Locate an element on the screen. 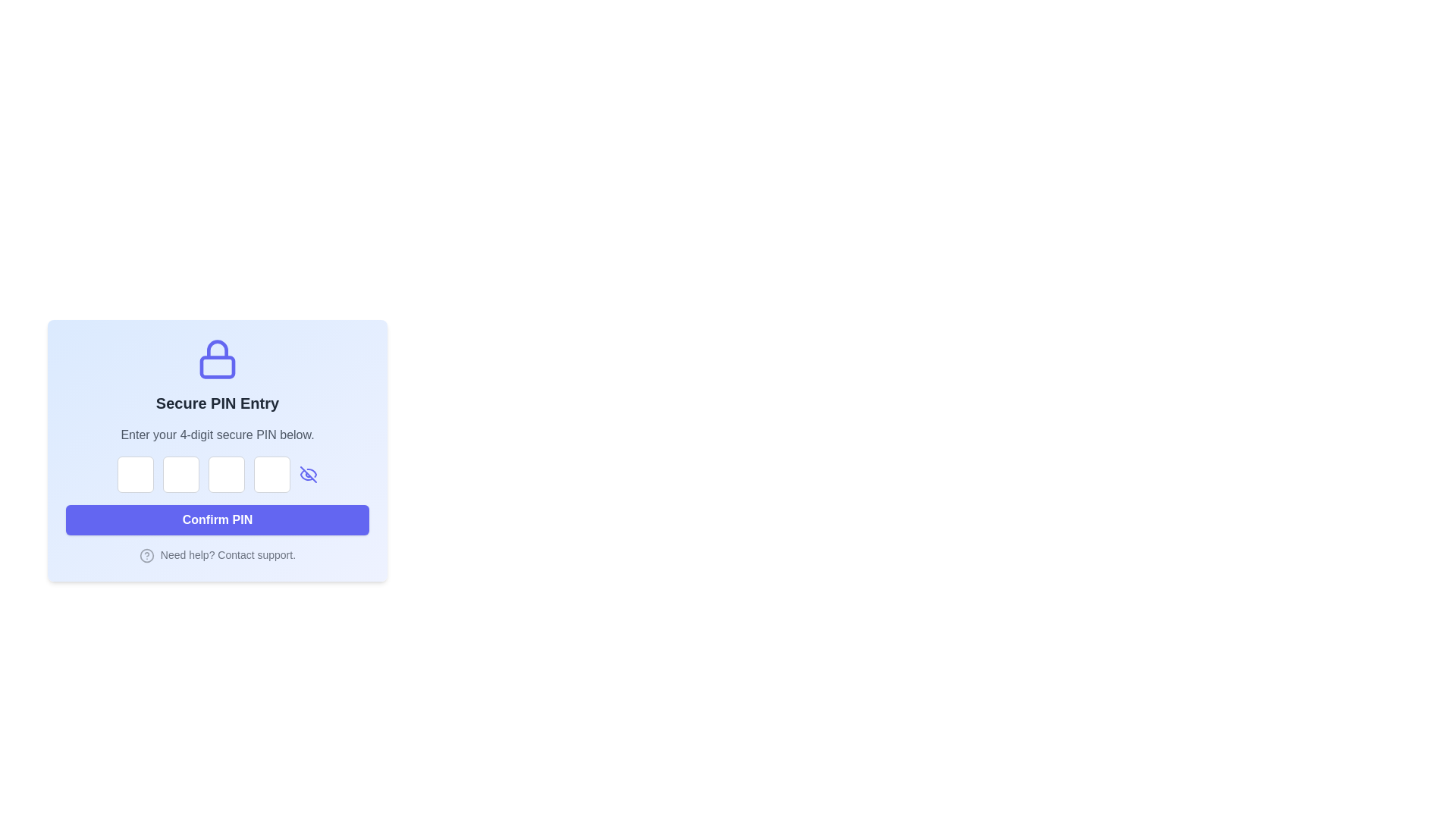 Image resolution: width=1456 pixels, height=819 pixels. the blue SVG lock icon located near the top of the secure PIN entry dialog, just above the 'Secure PIN Entry' text is located at coordinates (217, 359).